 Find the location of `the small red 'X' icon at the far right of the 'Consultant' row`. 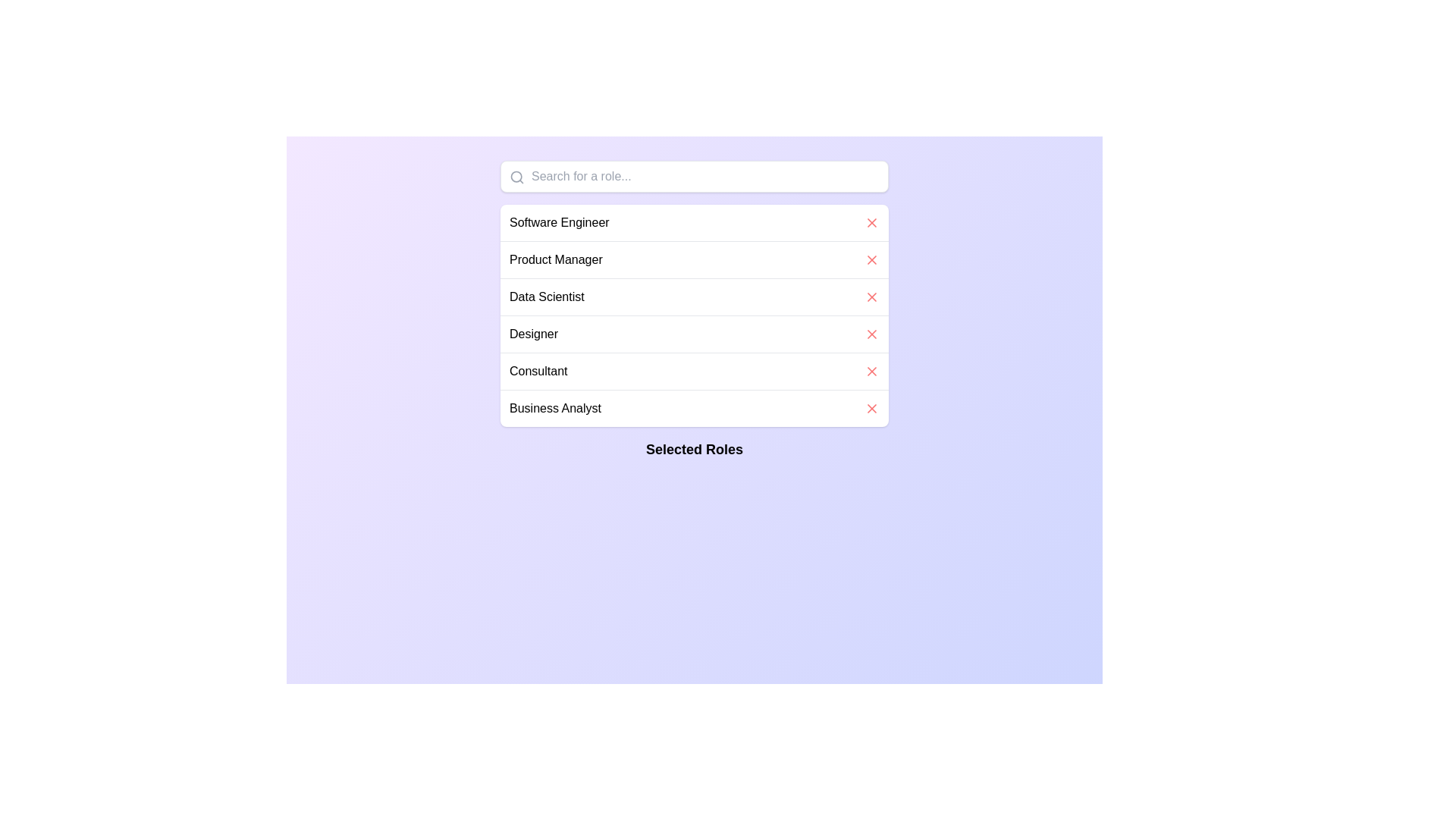

the small red 'X' icon at the far right of the 'Consultant' row is located at coordinates (872, 371).